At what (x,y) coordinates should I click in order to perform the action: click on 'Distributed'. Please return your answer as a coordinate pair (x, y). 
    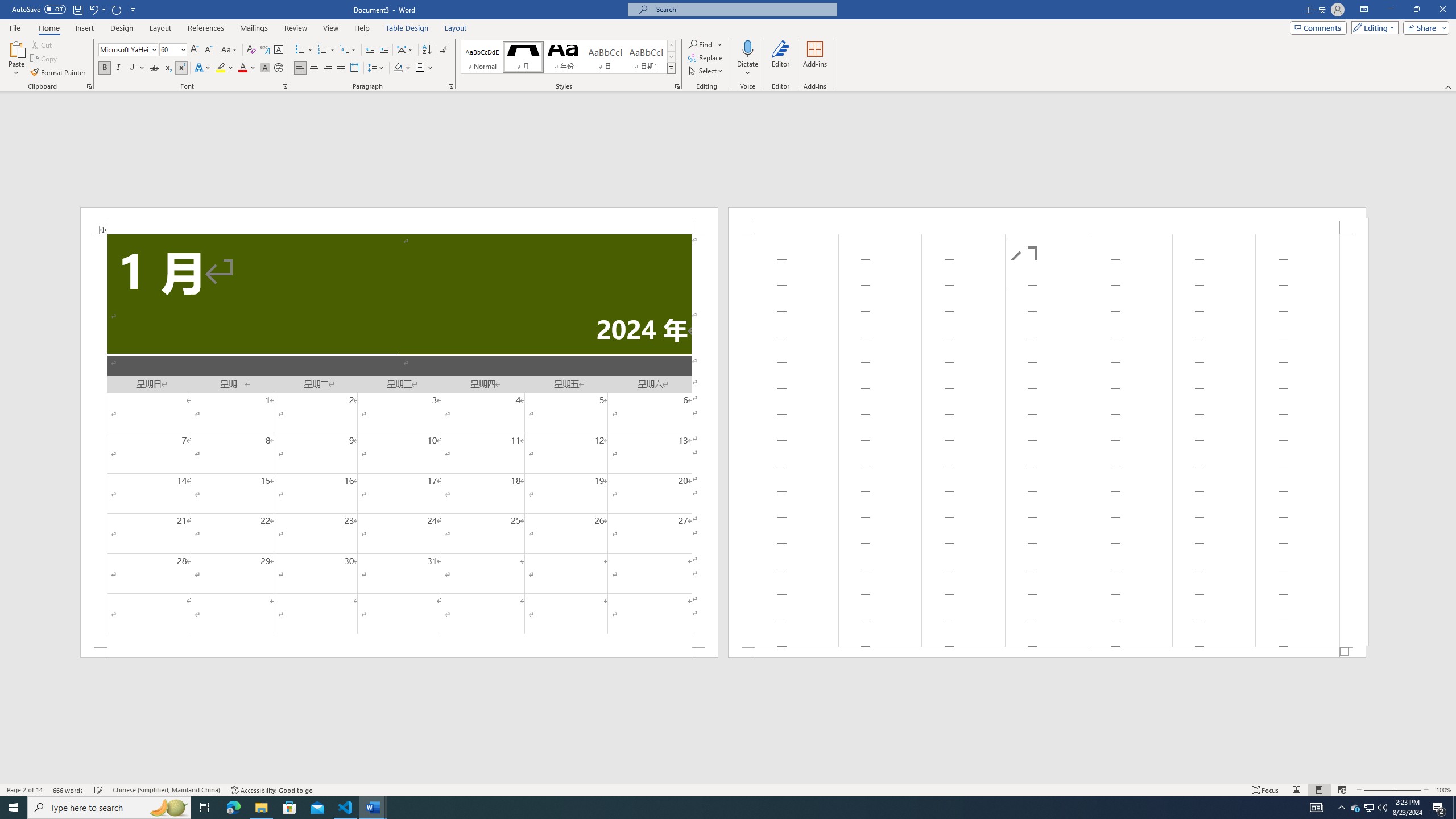
    Looking at the image, I should click on (354, 67).